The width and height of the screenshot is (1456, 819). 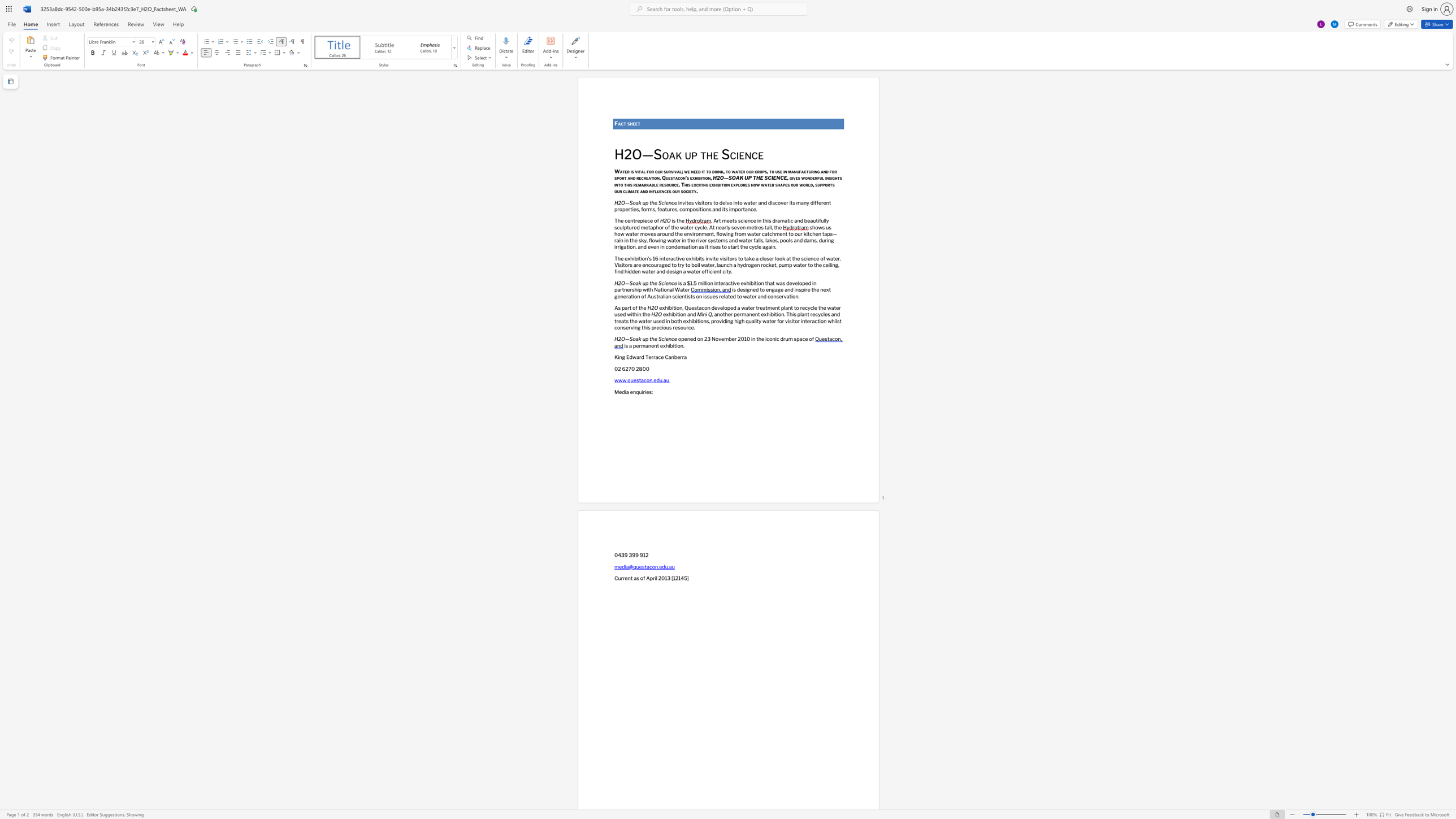 I want to click on the space between the continuous character "o" and "s" in the text, so click(x=696, y=209).